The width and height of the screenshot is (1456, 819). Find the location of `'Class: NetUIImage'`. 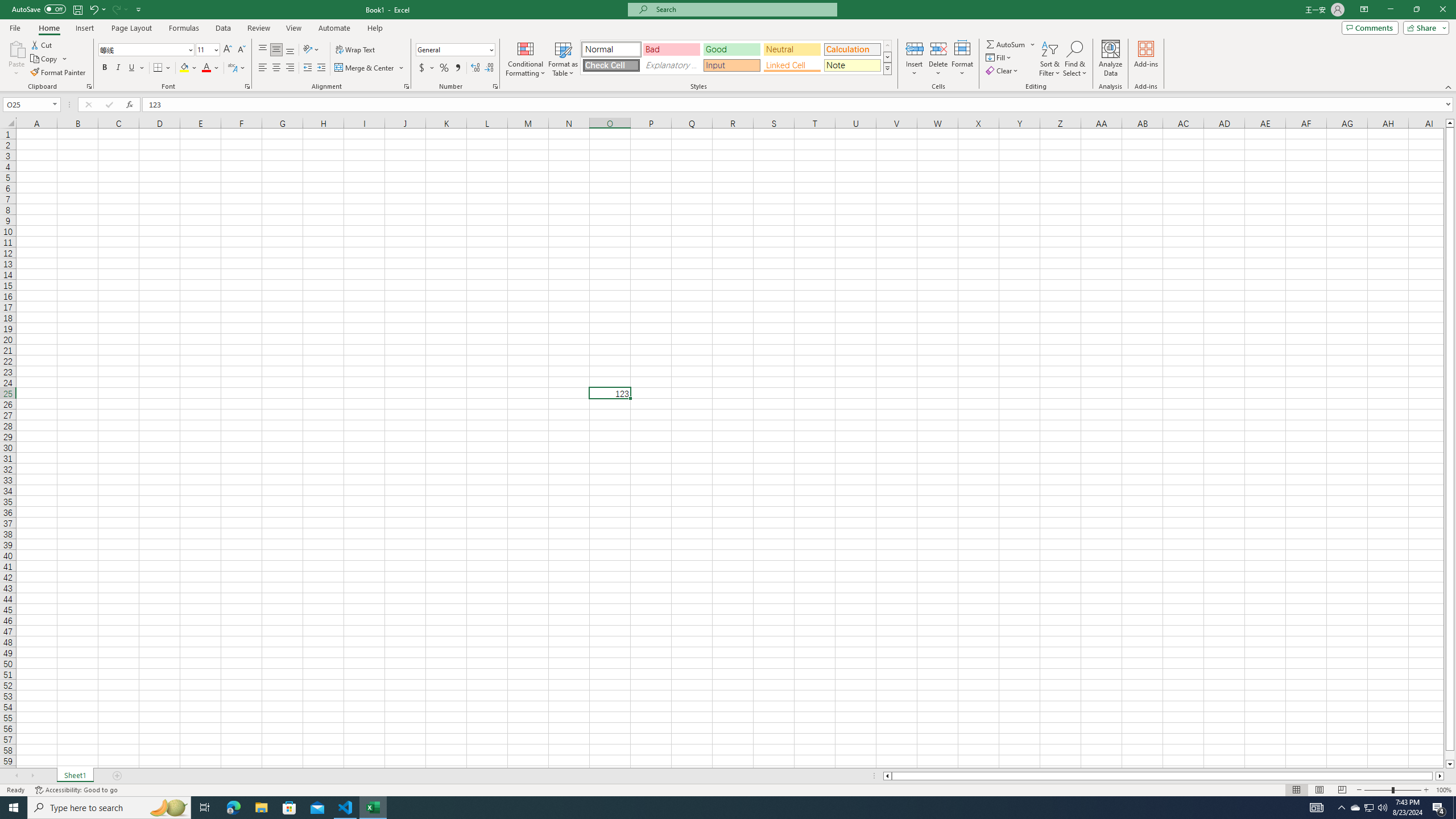

'Class: NetUIImage' is located at coordinates (887, 68).